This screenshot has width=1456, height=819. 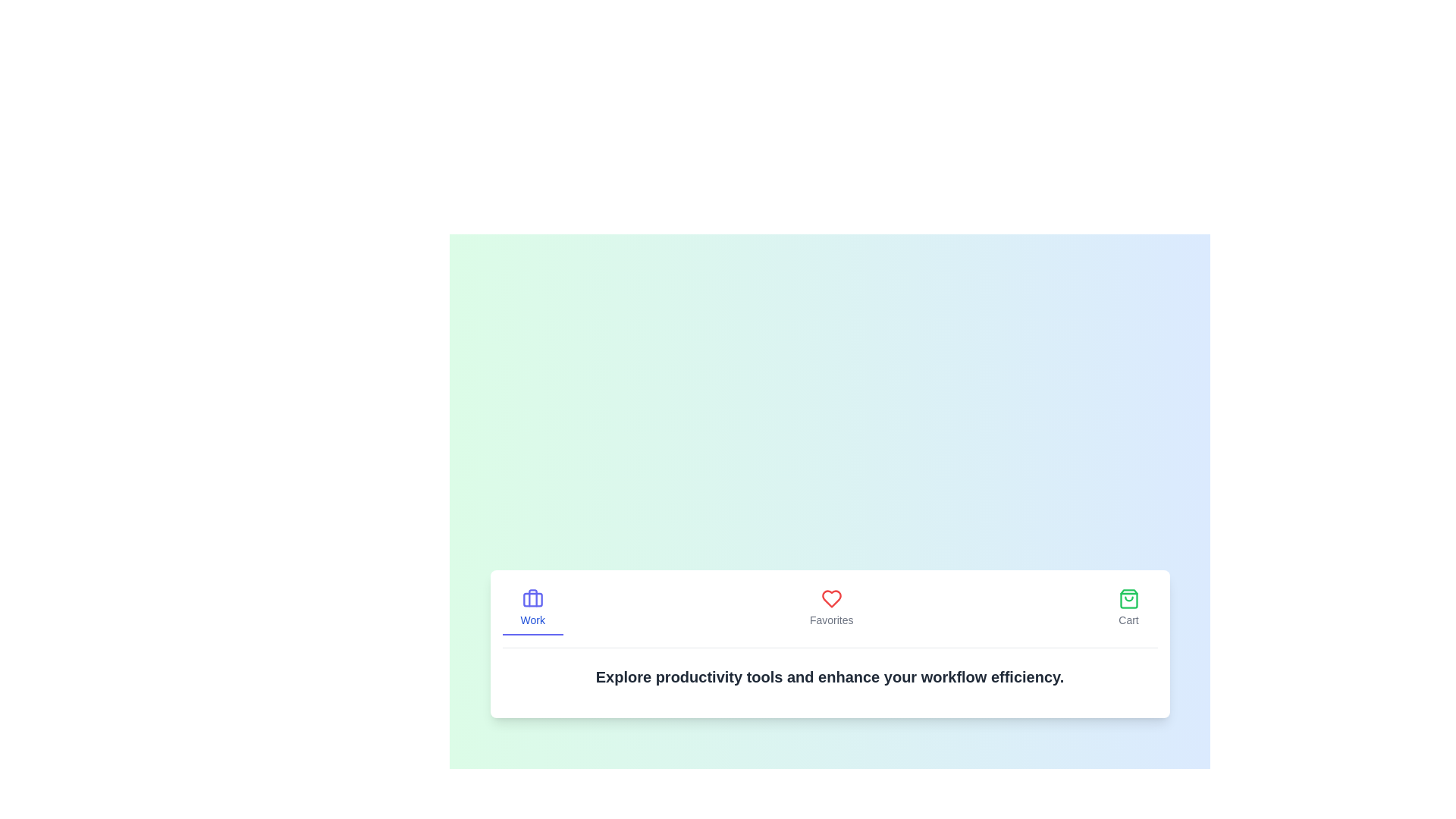 What do you see at coordinates (1128, 607) in the screenshot?
I see `the tab labeled Cart` at bounding box center [1128, 607].